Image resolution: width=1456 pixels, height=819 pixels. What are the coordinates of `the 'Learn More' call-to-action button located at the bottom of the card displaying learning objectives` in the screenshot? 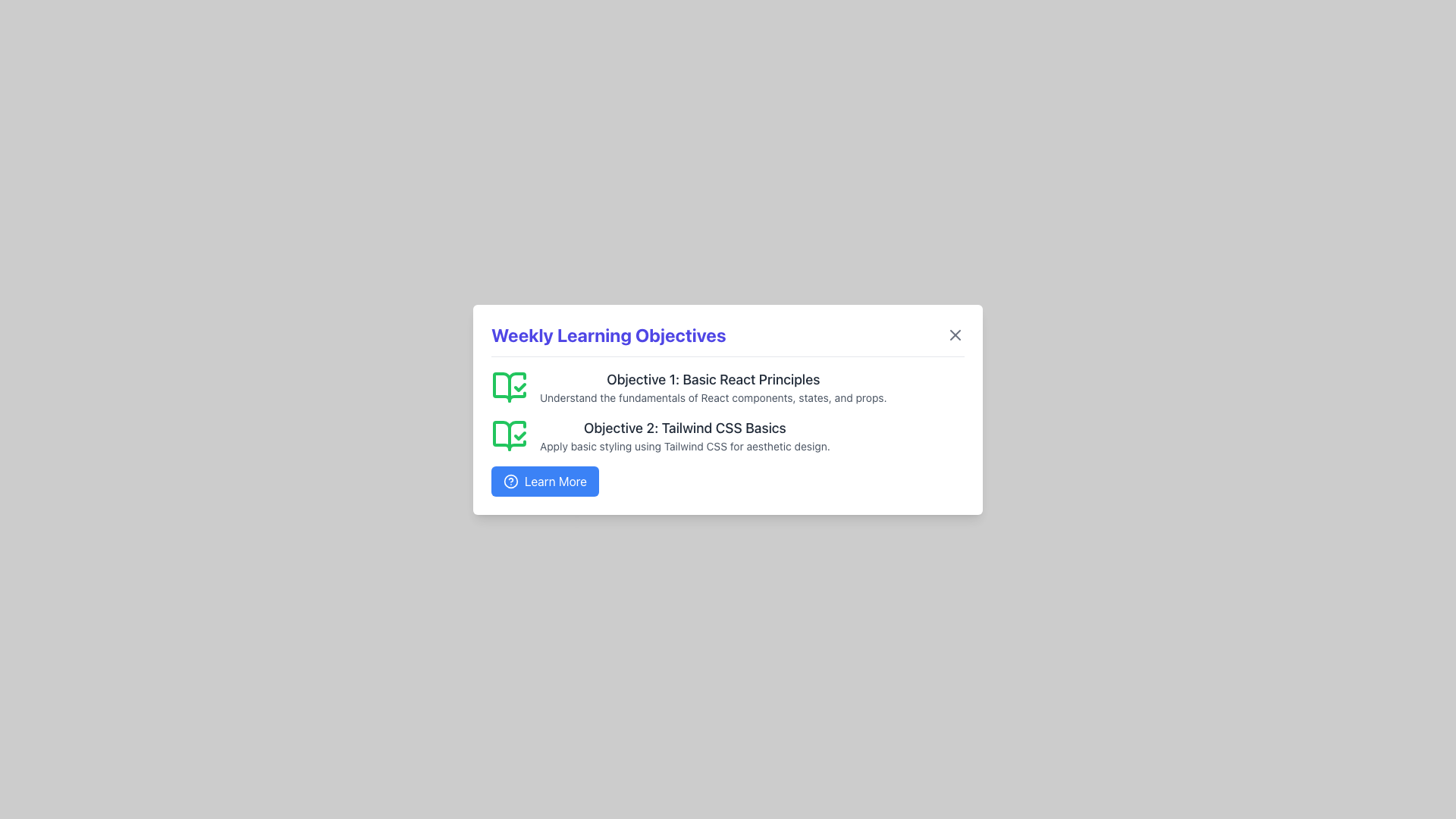 It's located at (545, 481).